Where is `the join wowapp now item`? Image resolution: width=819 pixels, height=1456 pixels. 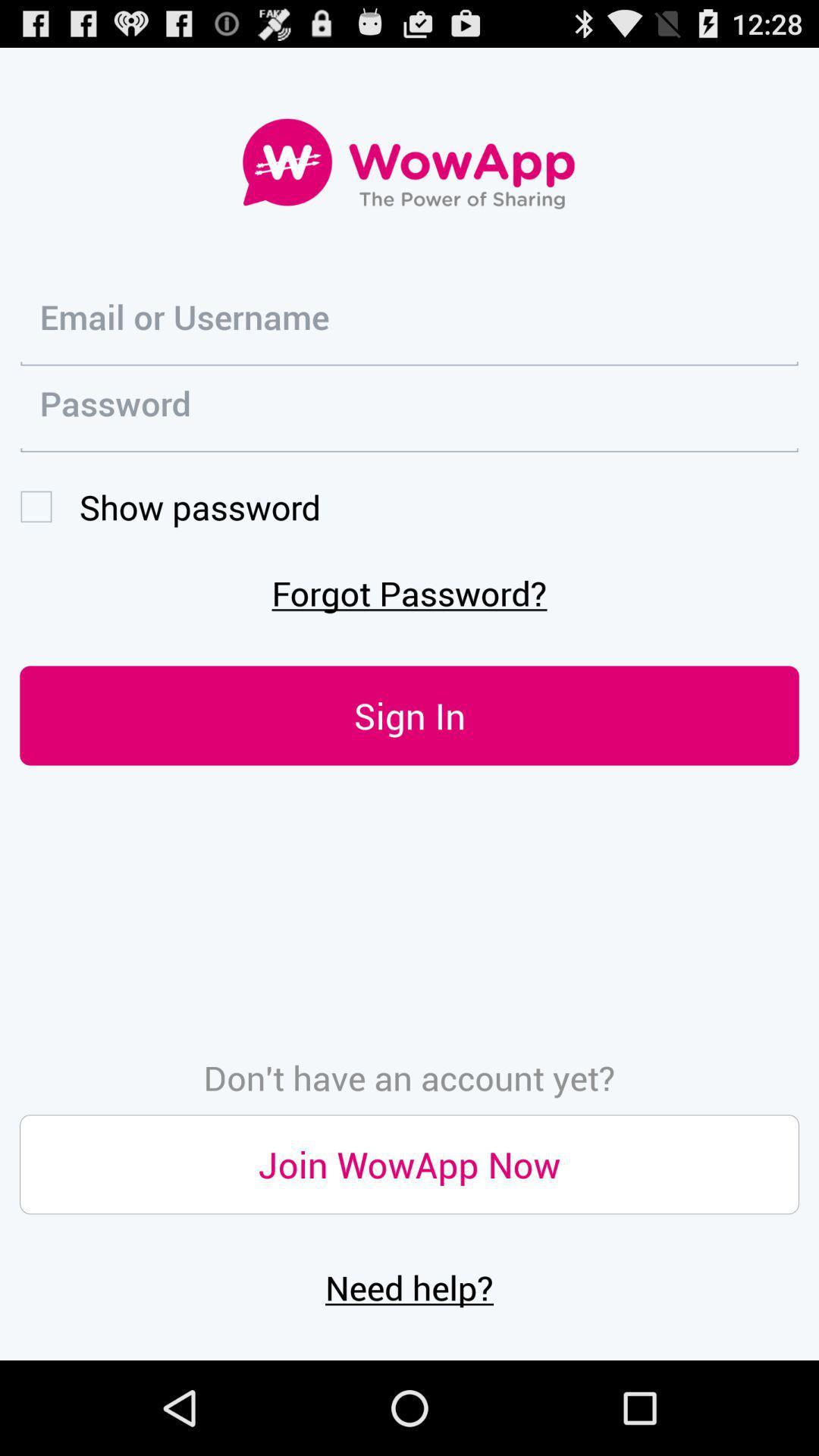 the join wowapp now item is located at coordinates (409, 1163).